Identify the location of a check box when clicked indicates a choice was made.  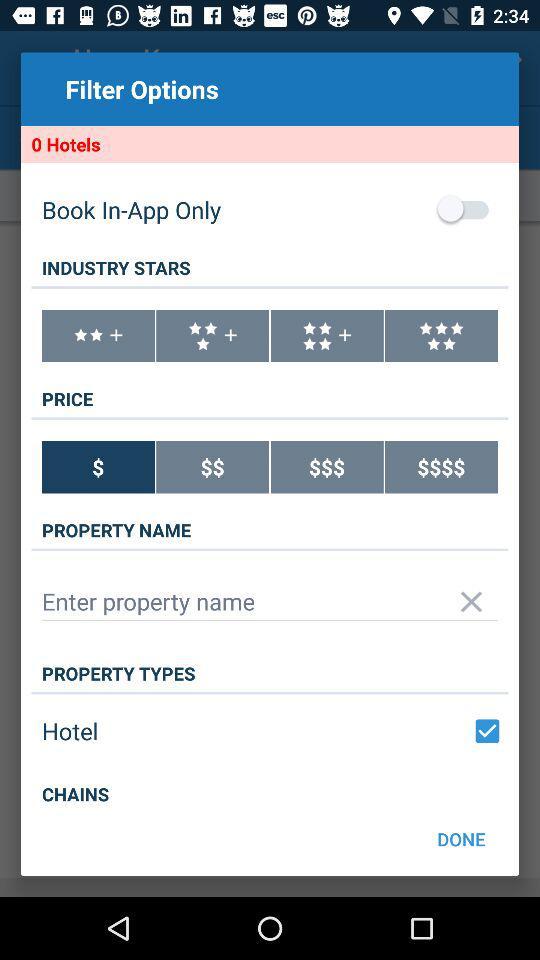
(486, 730).